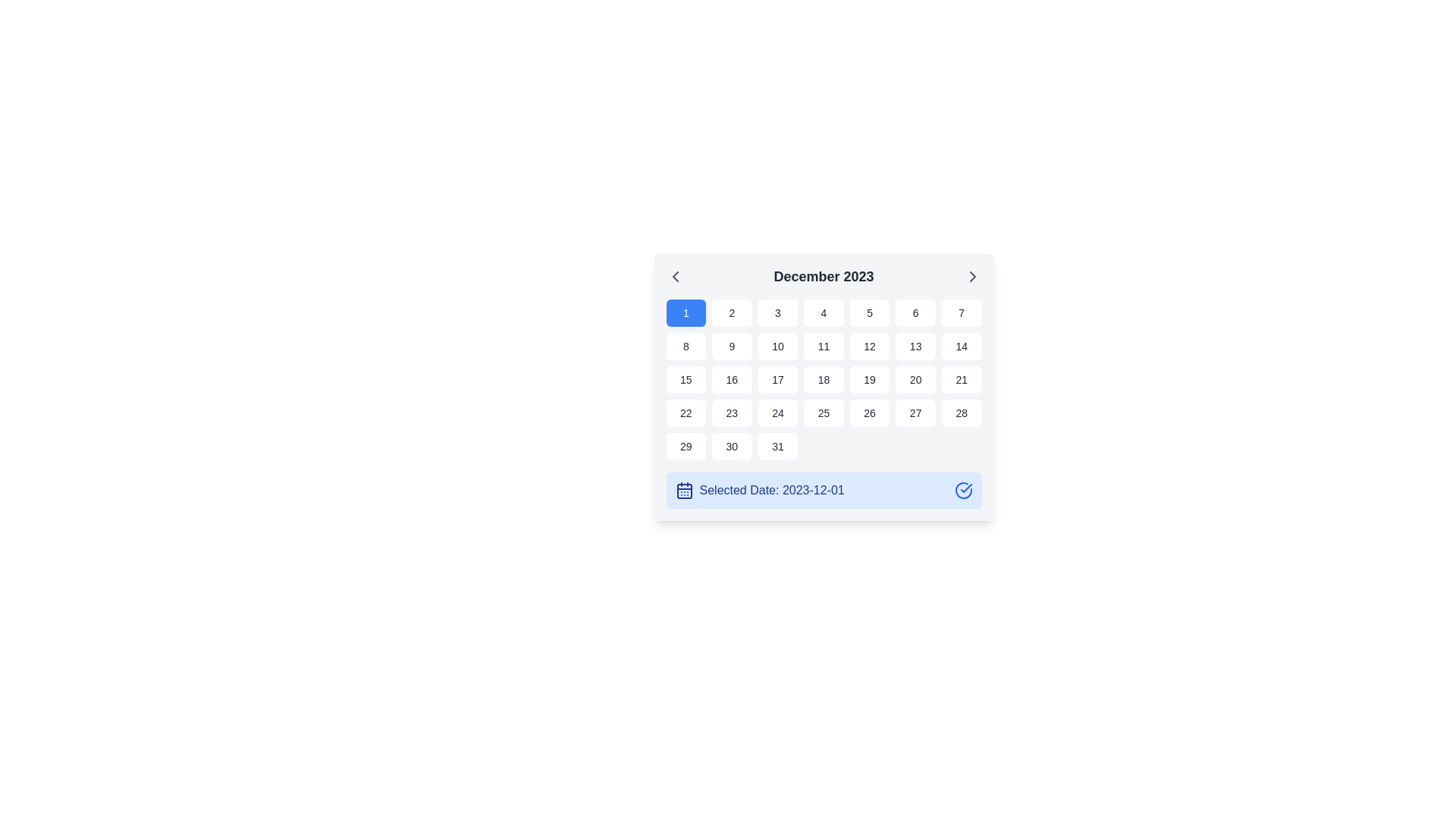 This screenshot has height=819, width=1456. Describe the element at coordinates (823, 491) in the screenshot. I see `the Informational panel displaying 'Selected Date: 2023-12-01', which features a blue background, rounded corners, and includes a calendar icon on the left and a checkmark on the right` at that location.